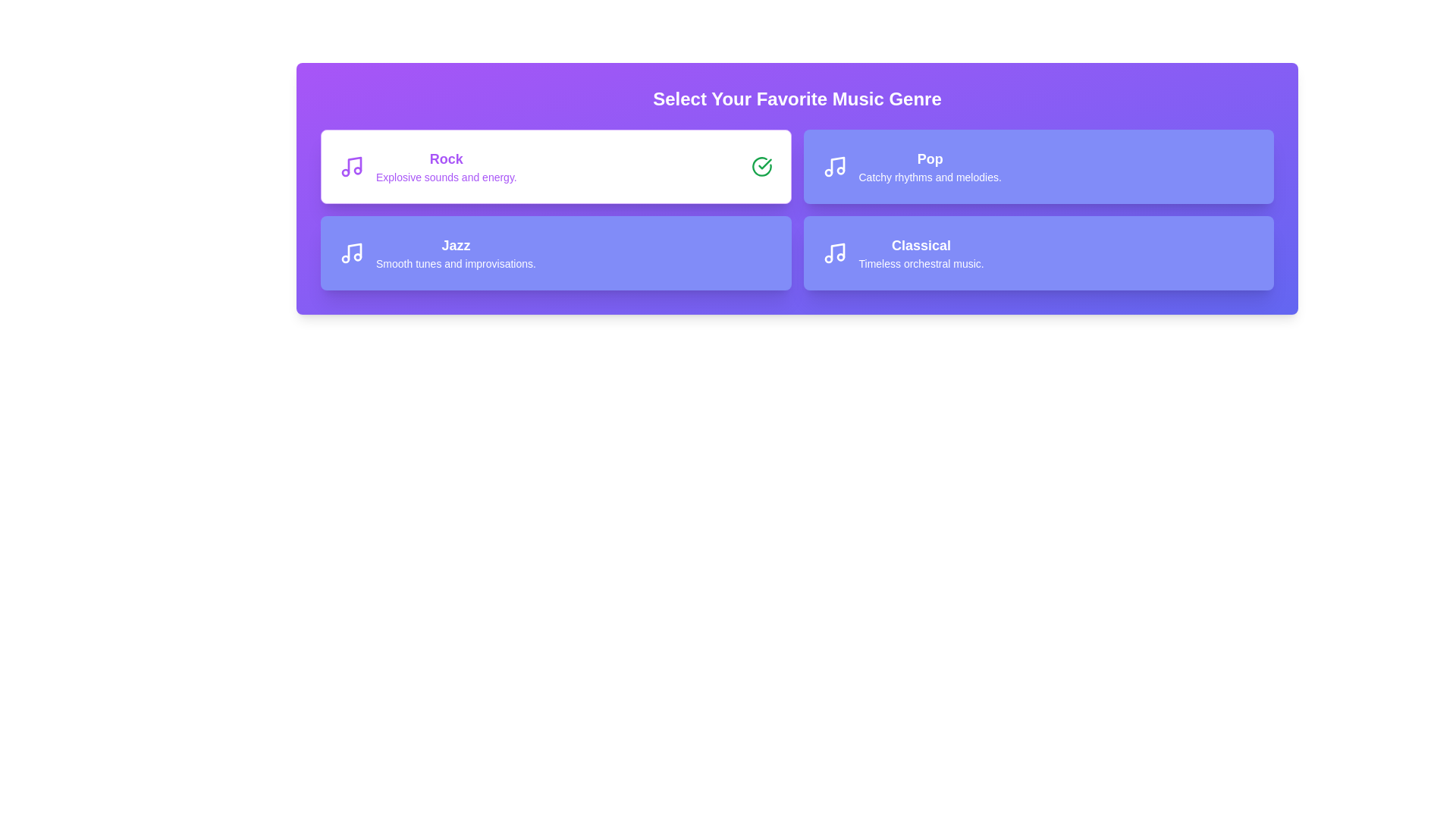 Image resolution: width=1456 pixels, height=819 pixels. Describe the element at coordinates (555, 253) in the screenshot. I see `the 'Jazz' interactive card in the music genre selection menu` at that location.